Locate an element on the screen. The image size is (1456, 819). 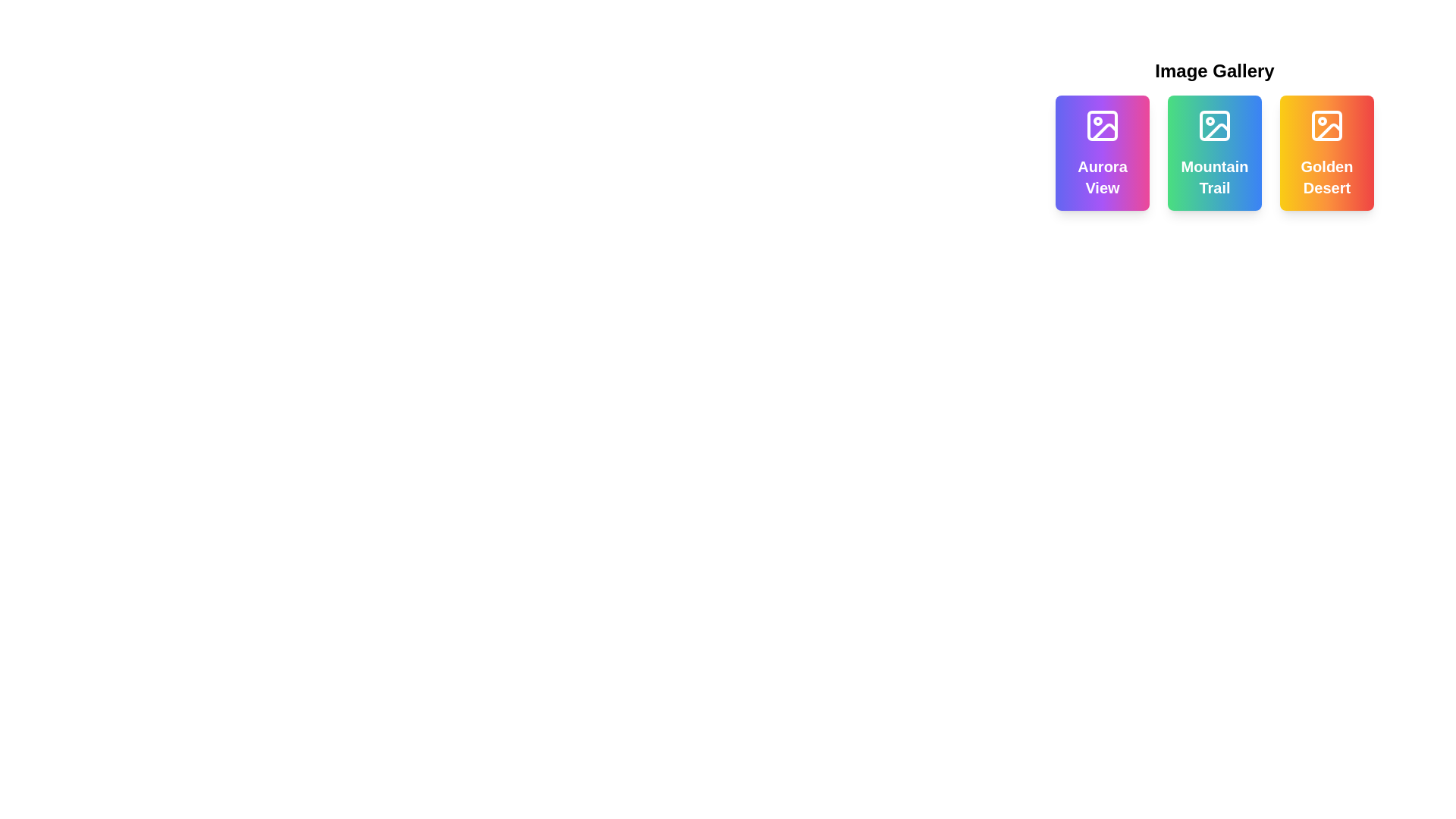
the center icon representing the Mountain Trail in the row of three icons is located at coordinates (1216, 130).